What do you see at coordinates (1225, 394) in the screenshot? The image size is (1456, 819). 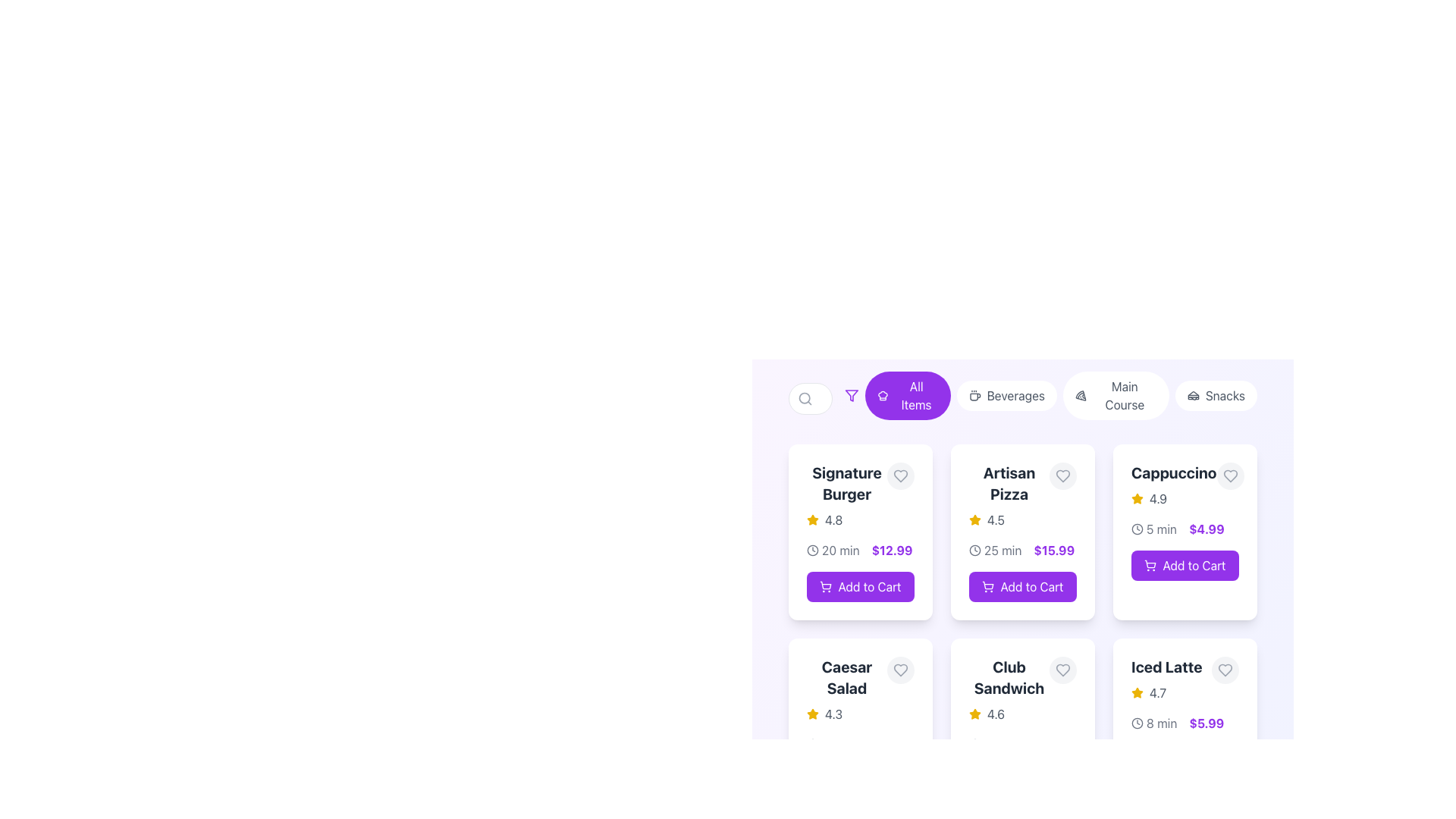 I see `the 'Snacks' category label using keyboard navigation and focus on it for selection` at bounding box center [1225, 394].